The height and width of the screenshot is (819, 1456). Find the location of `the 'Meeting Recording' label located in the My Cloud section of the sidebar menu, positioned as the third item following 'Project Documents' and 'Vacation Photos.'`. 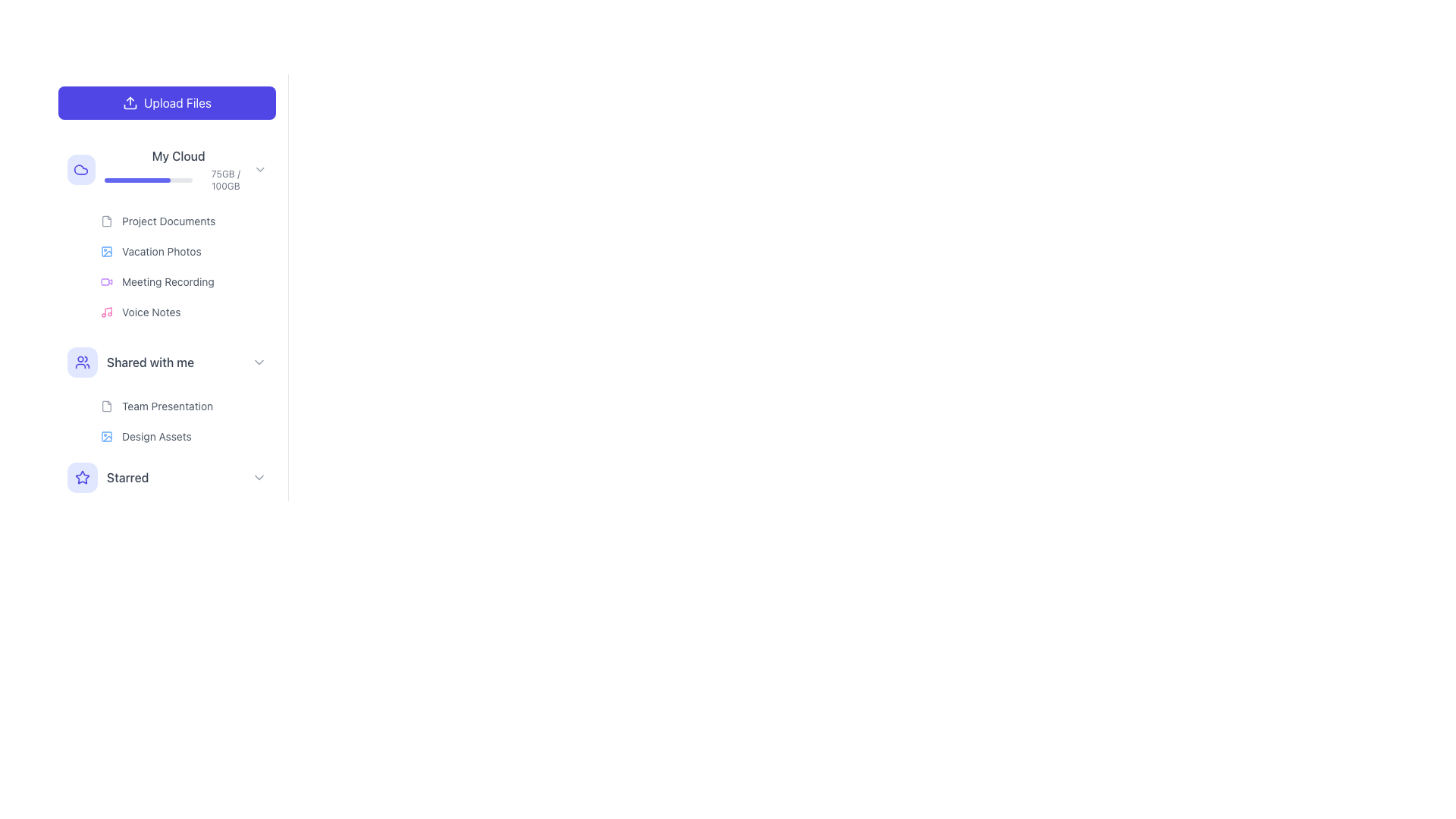

the 'Meeting Recording' label located in the My Cloud section of the sidebar menu, positioned as the third item following 'Project Documents' and 'Vacation Photos.' is located at coordinates (168, 281).